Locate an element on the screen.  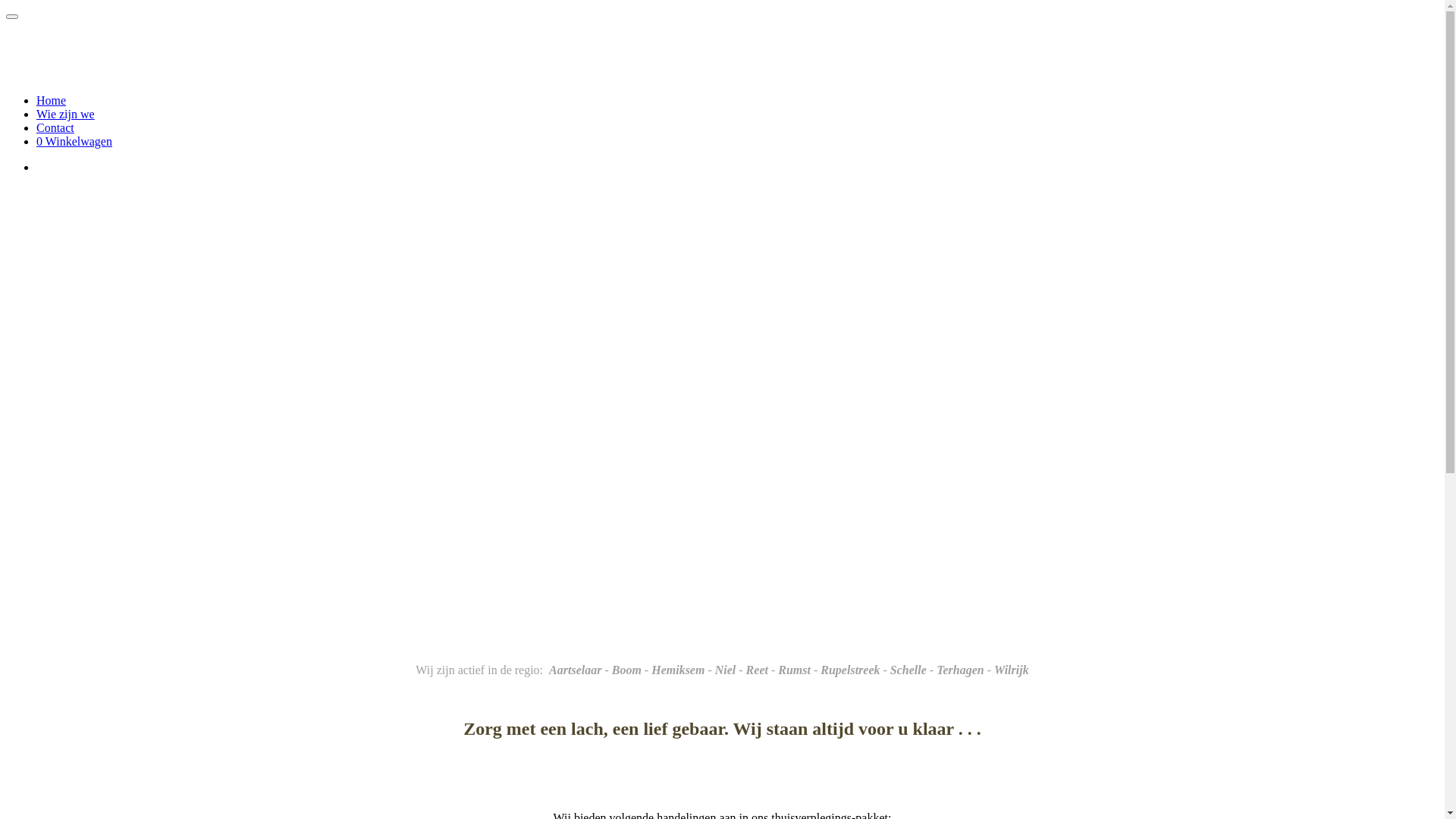
'Home' is located at coordinates (51, 100).